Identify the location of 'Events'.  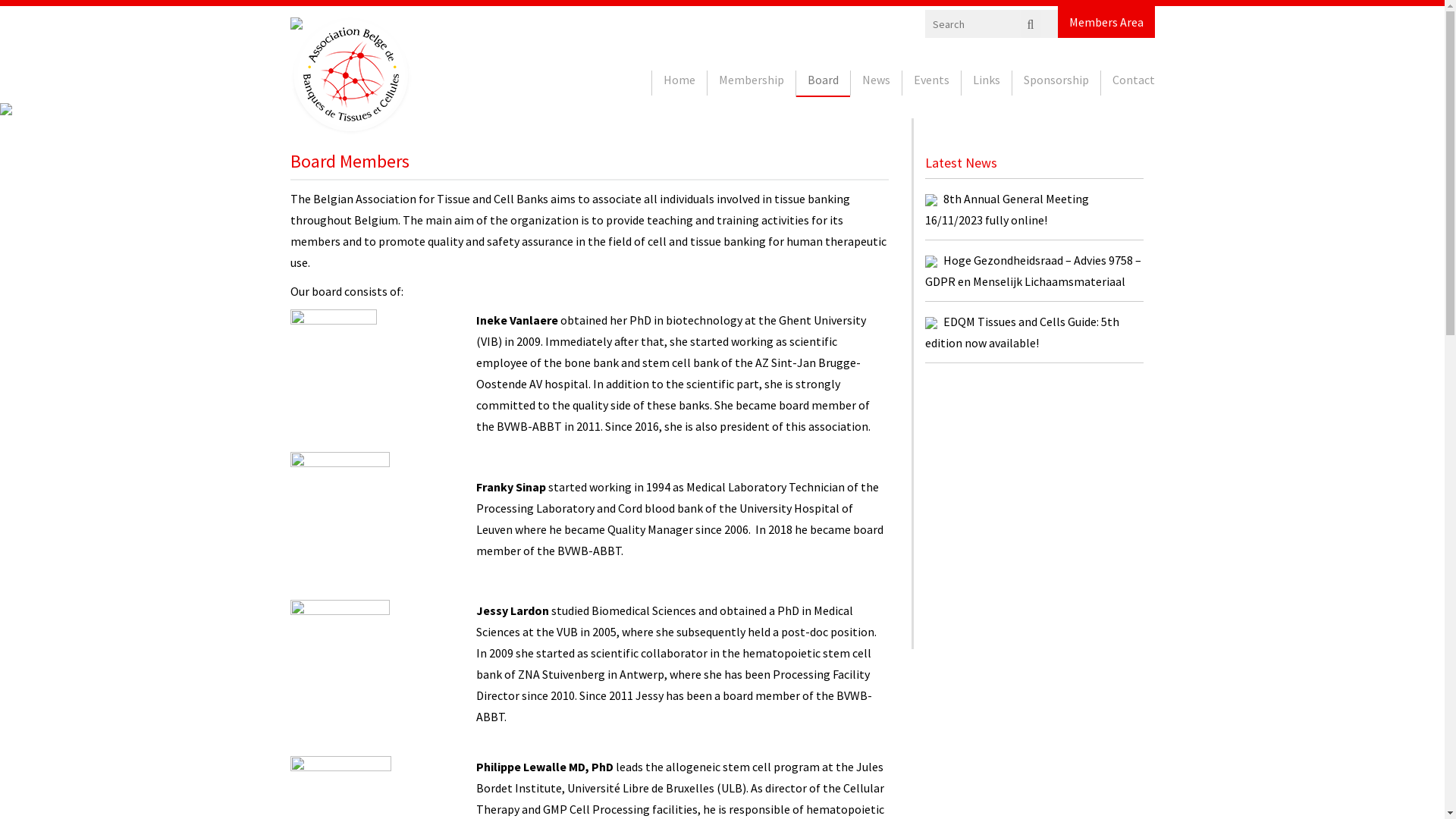
(930, 83).